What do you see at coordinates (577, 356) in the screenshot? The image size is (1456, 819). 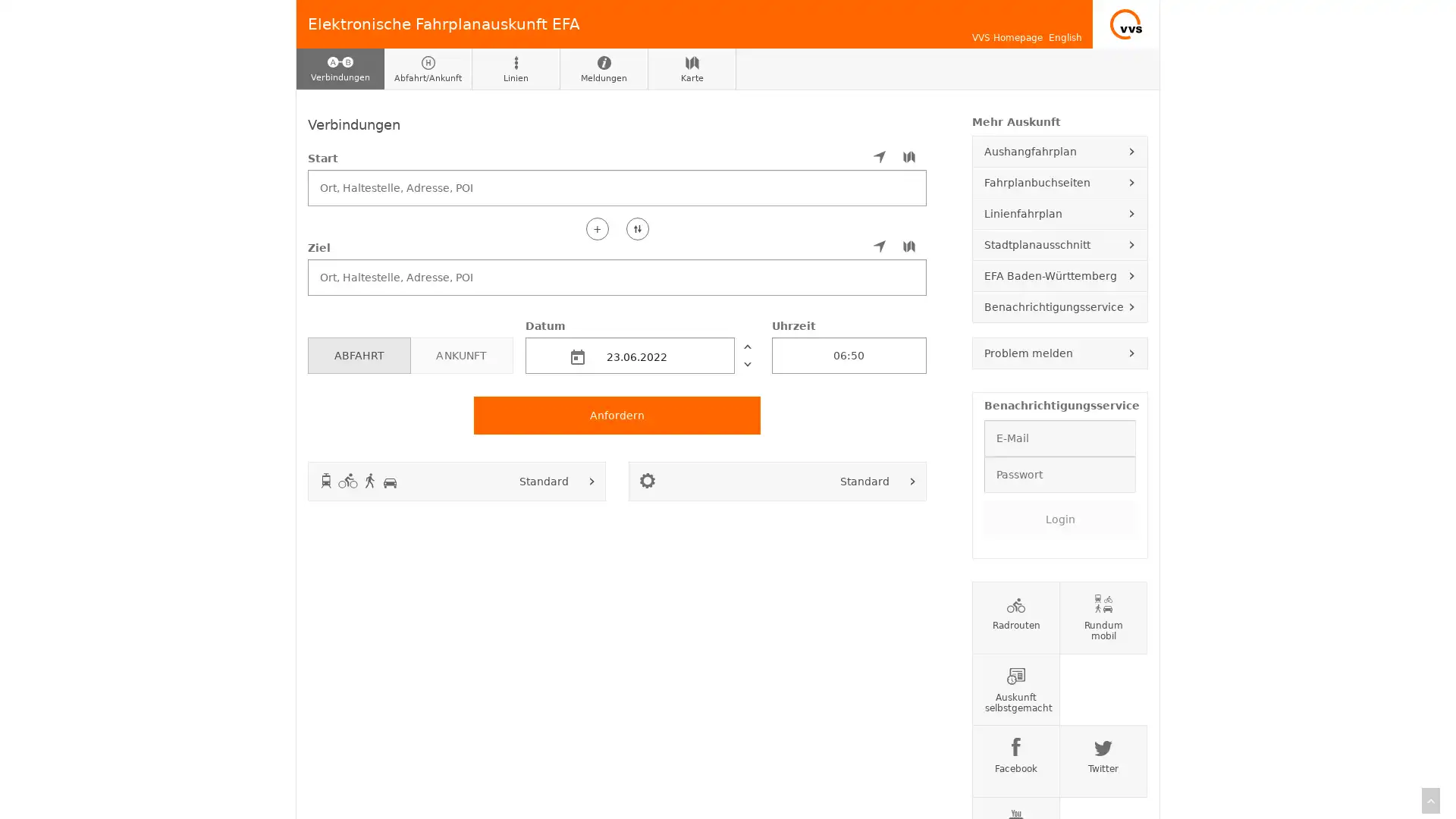 I see `md-calendar` at bounding box center [577, 356].